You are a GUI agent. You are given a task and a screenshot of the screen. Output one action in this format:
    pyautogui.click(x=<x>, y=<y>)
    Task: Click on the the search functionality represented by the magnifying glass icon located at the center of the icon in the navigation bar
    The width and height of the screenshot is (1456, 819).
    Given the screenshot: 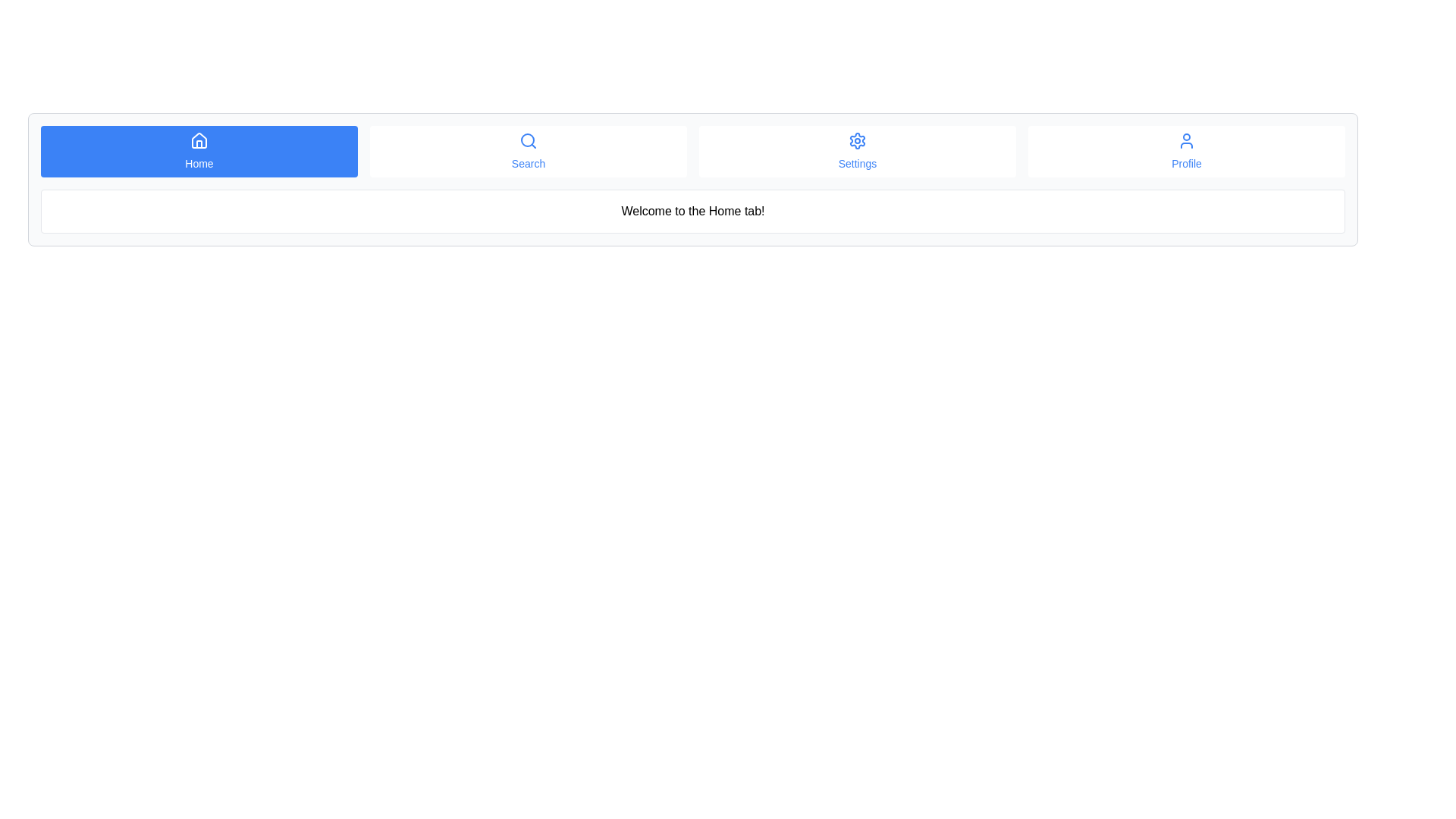 What is the action you would take?
    pyautogui.click(x=528, y=140)
    